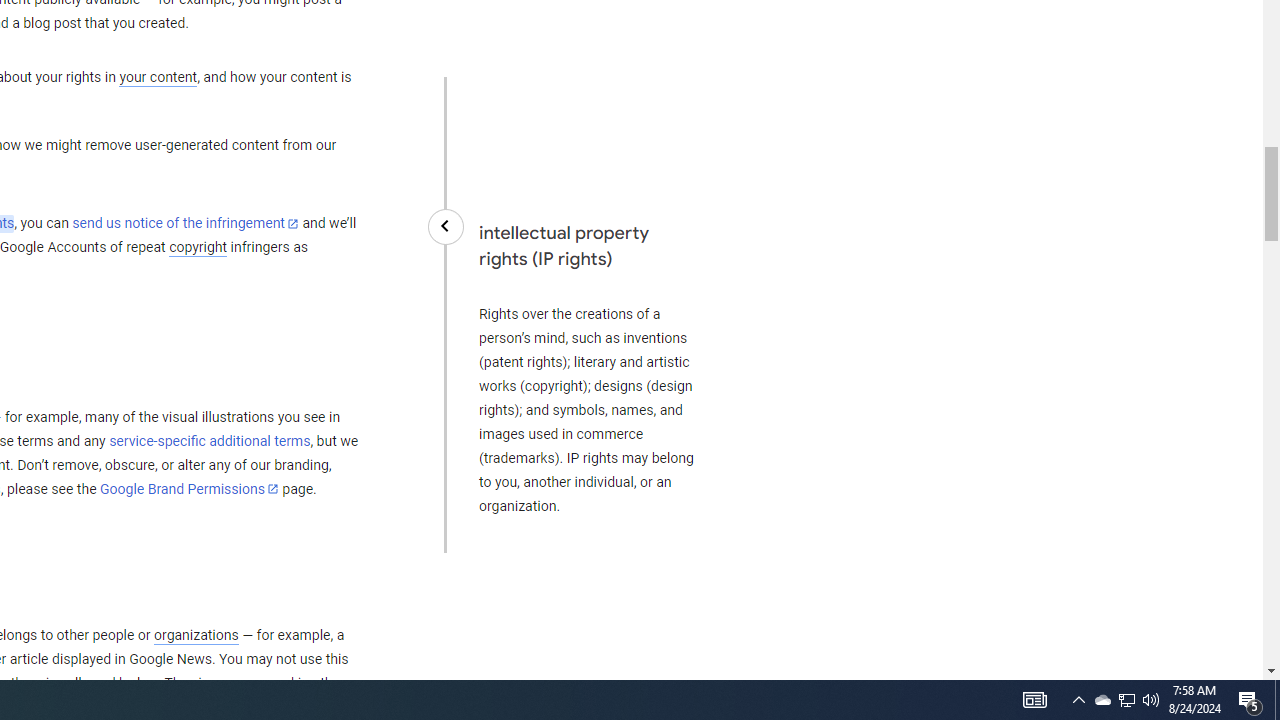 This screenshot has width=1280, height=720. Describe the element at coordinates (185, 224) in the screenshot. I see `'send us notice of the infringement'` at that location.